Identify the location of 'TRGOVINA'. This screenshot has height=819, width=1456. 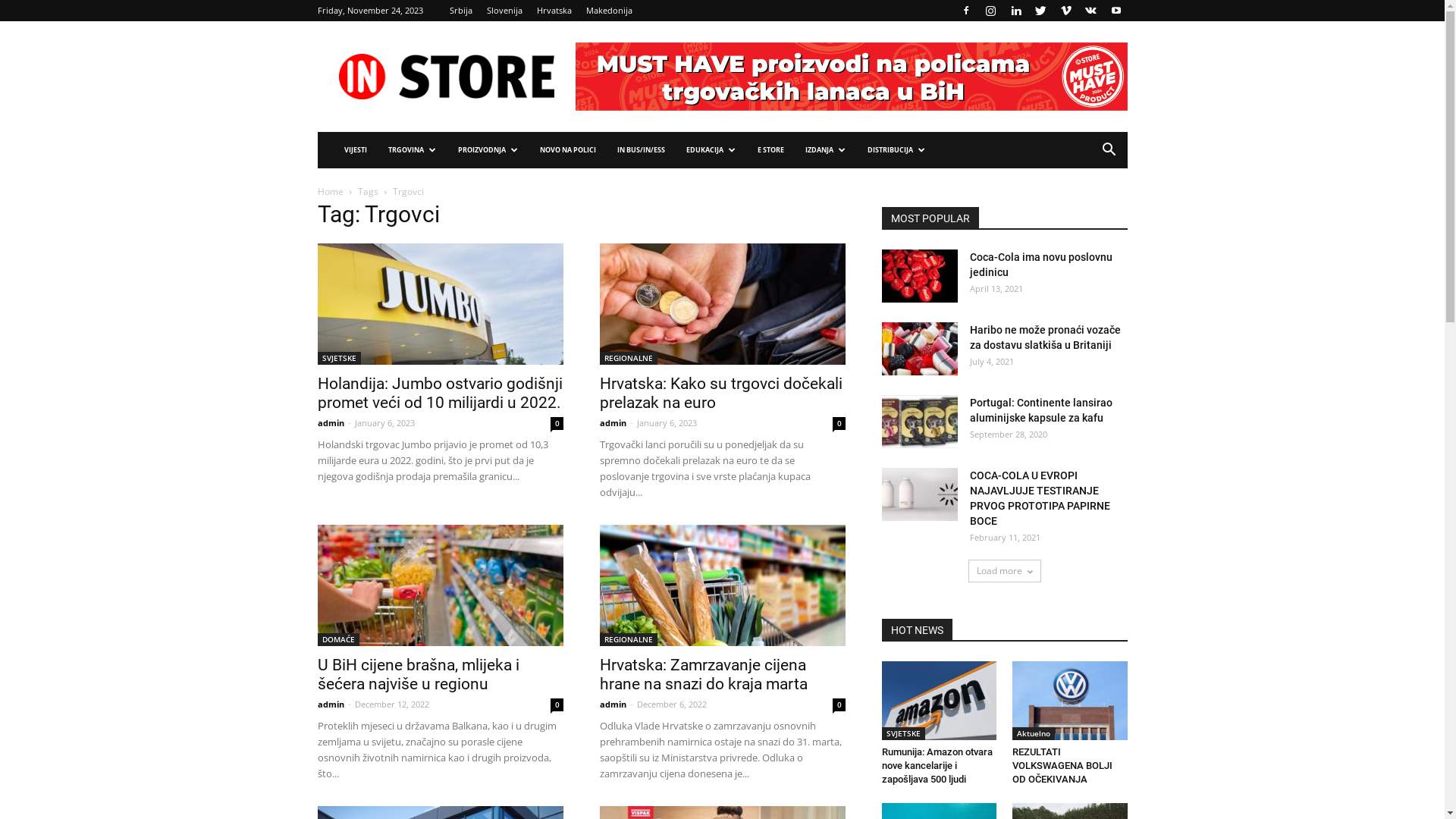
(412, 149).